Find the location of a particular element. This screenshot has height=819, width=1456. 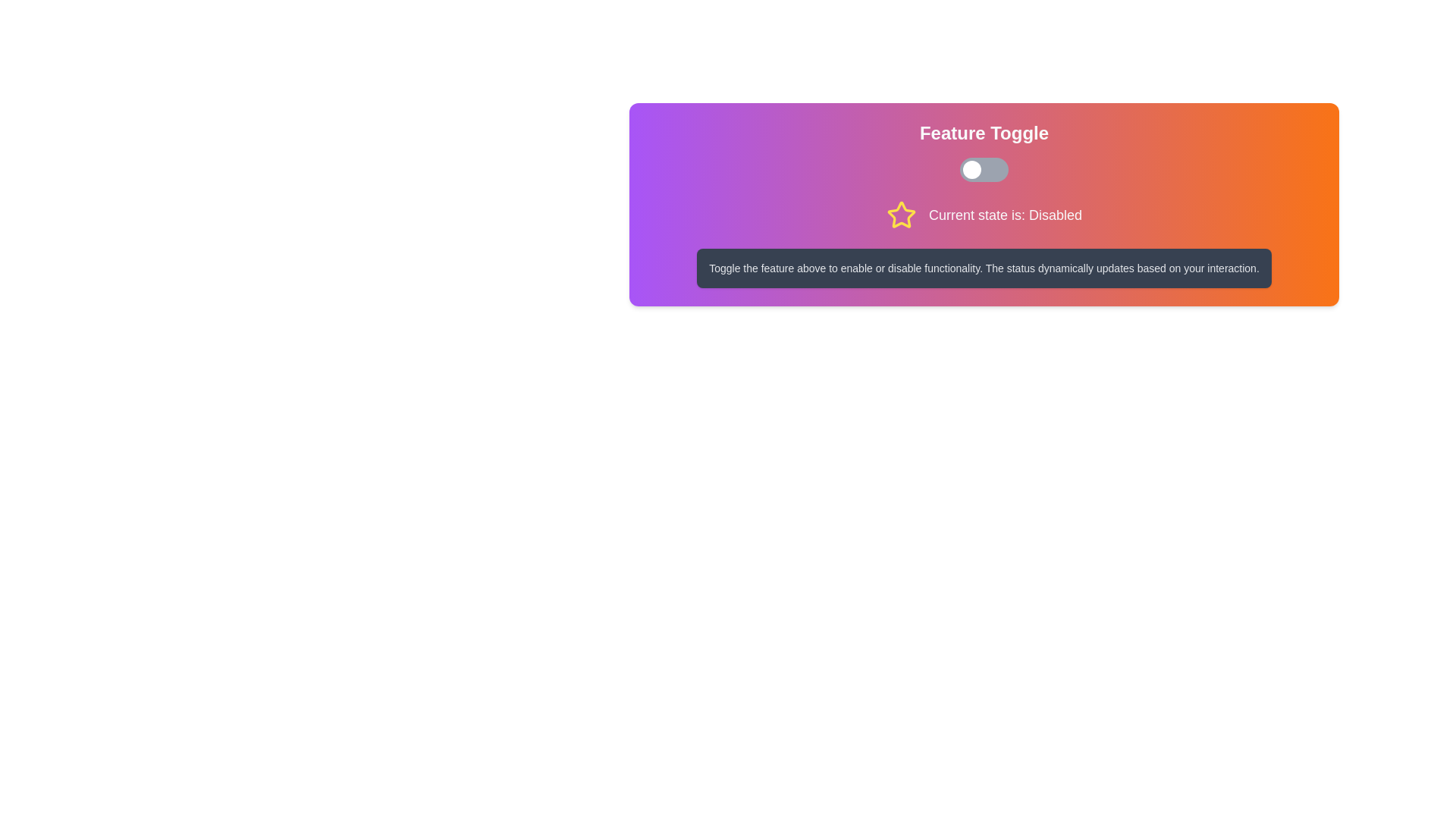

the text label that indicates the current state of the toggle switch labeled 'Feature Toggle', which is located beneath the switch and to the right of a star-shaped icon is located at coordinates (1005, 215).